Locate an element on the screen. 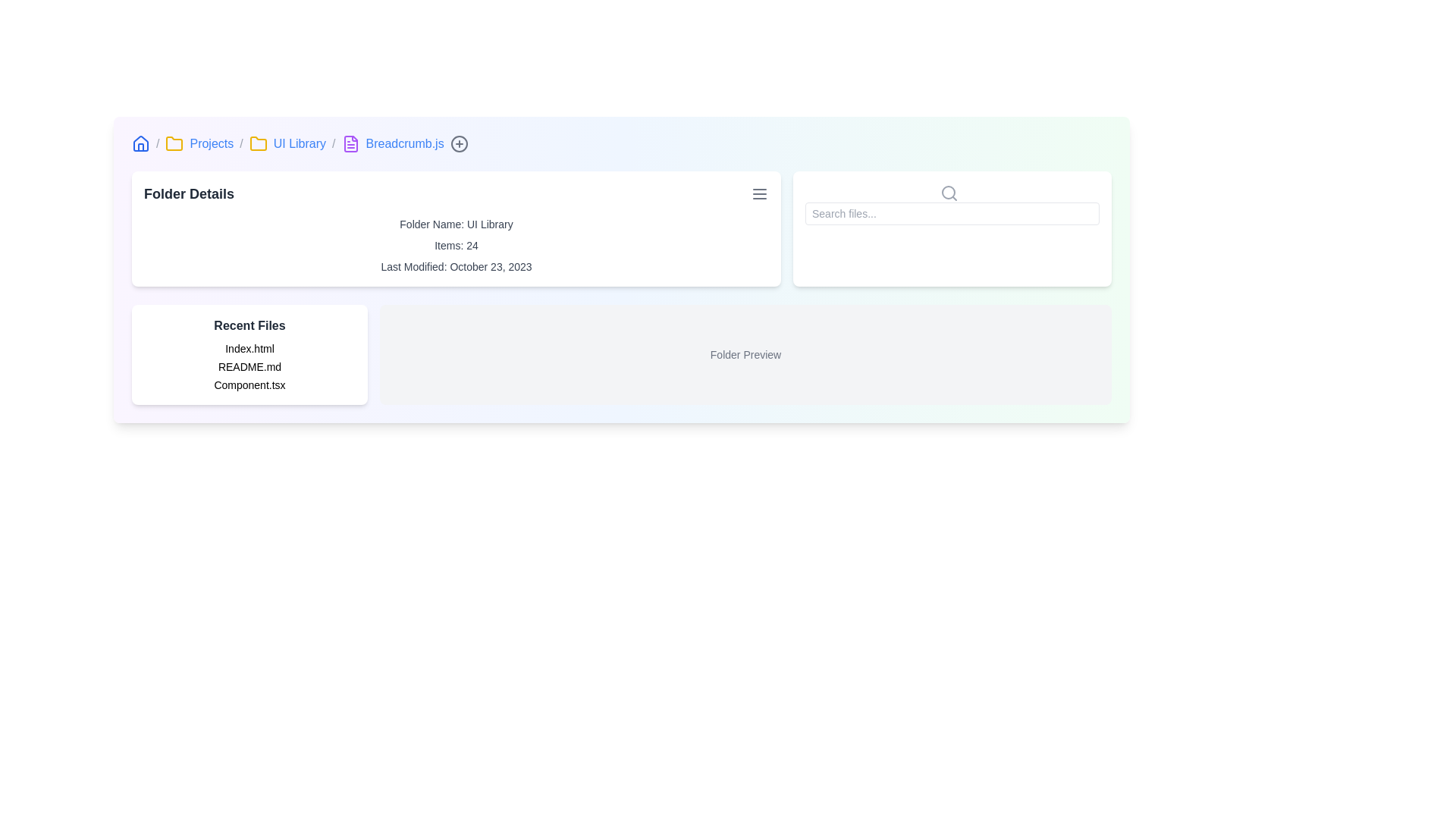 This screenshot has width=1456, height=819. the text label displaying 'Index.html' in the 'Recent Files' section is located at coordinates (249, 348).